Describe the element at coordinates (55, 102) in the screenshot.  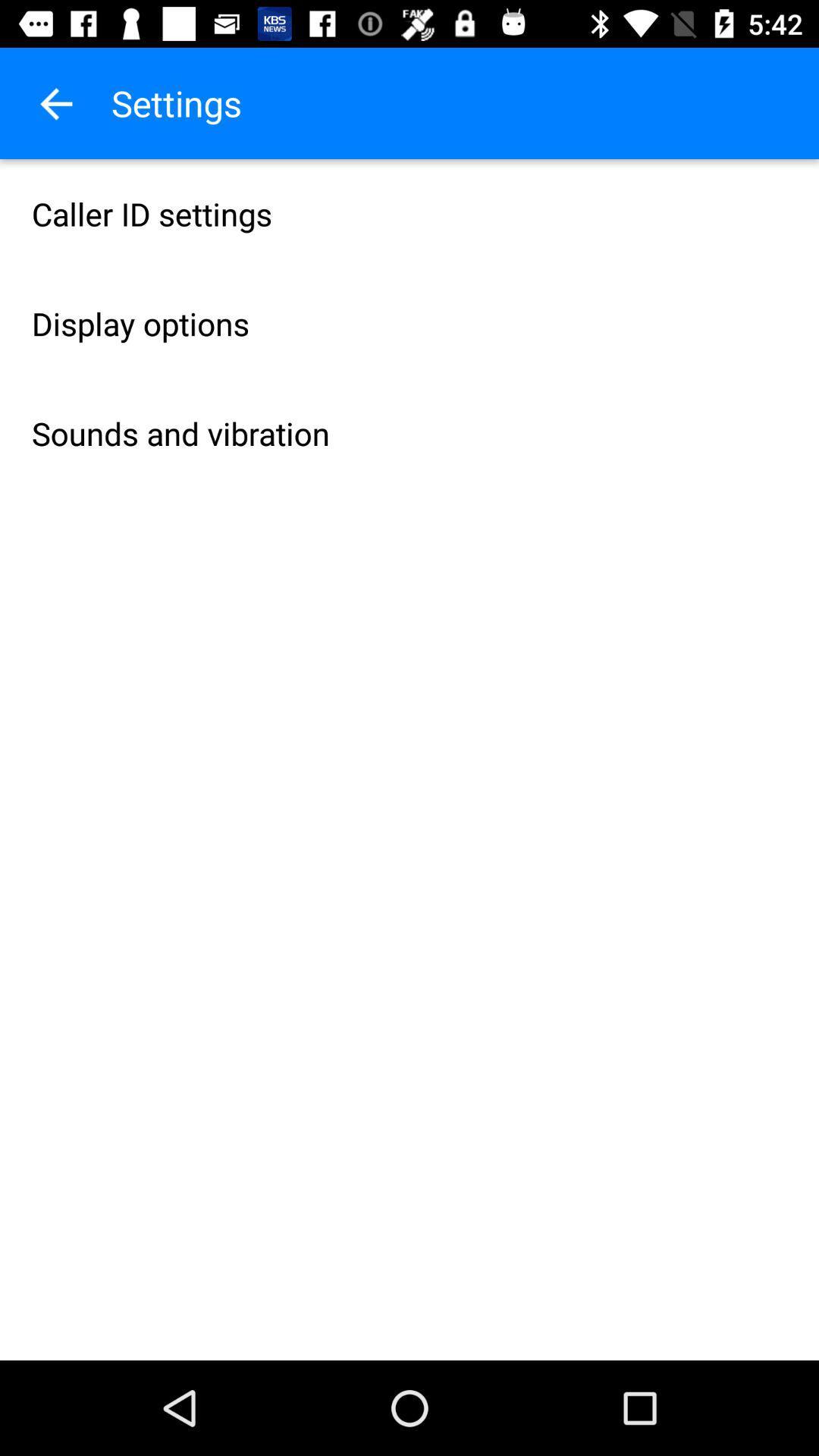
I see `icon above caller id settings` at that location.